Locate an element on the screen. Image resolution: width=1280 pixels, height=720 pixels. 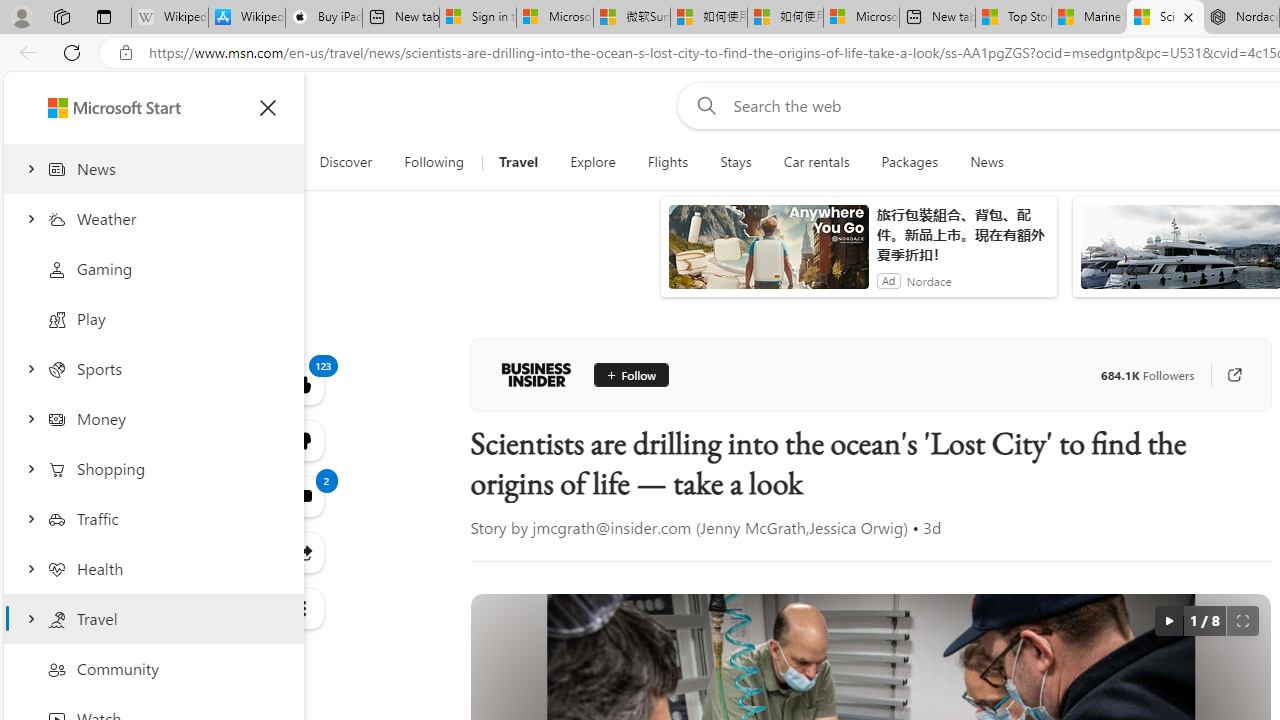
'Go to publisher' is located at coordinates (1233, 375).